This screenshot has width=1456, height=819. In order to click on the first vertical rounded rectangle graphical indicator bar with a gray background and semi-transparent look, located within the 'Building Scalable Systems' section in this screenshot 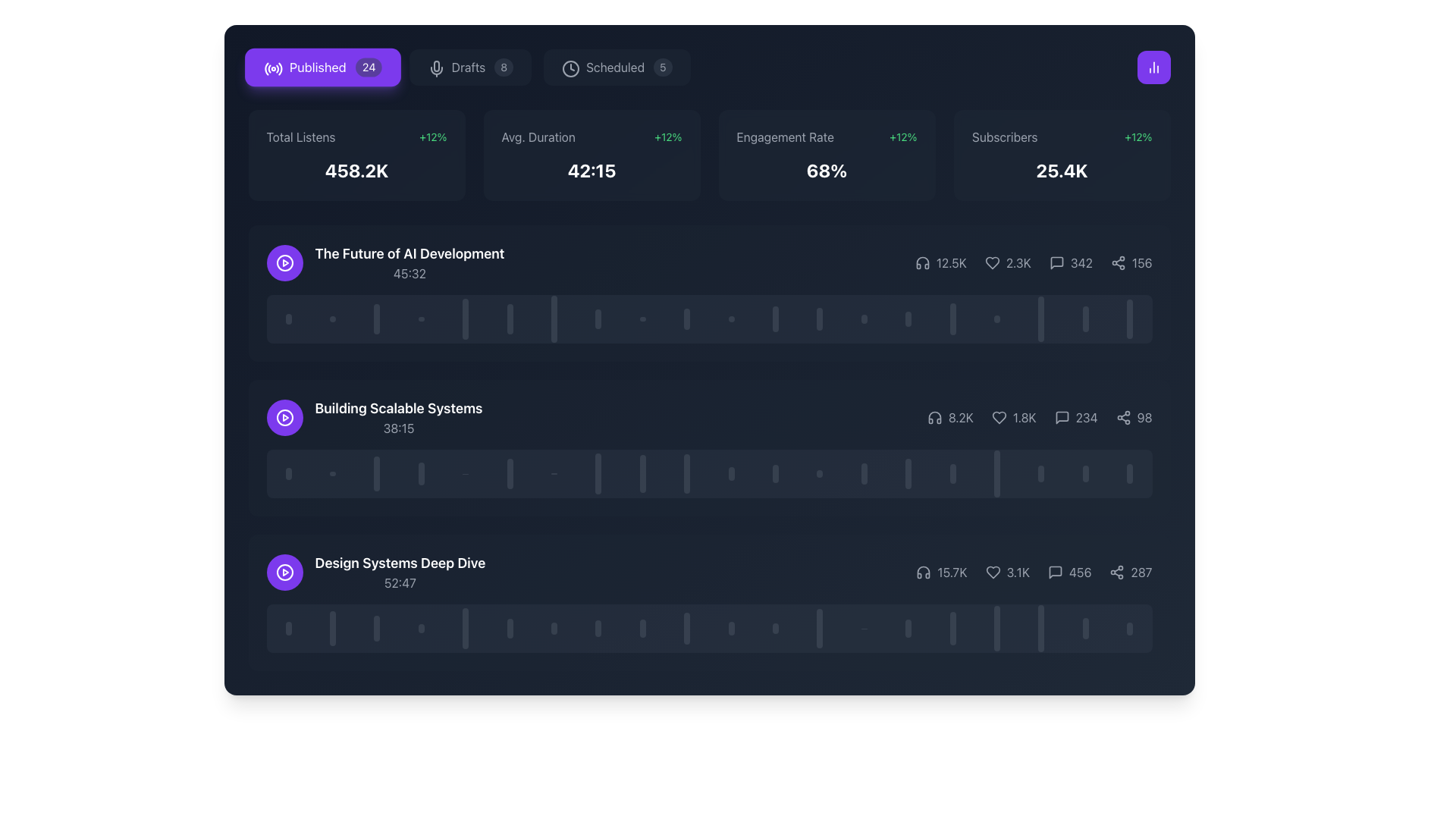, I will do `click(288, 472)`.